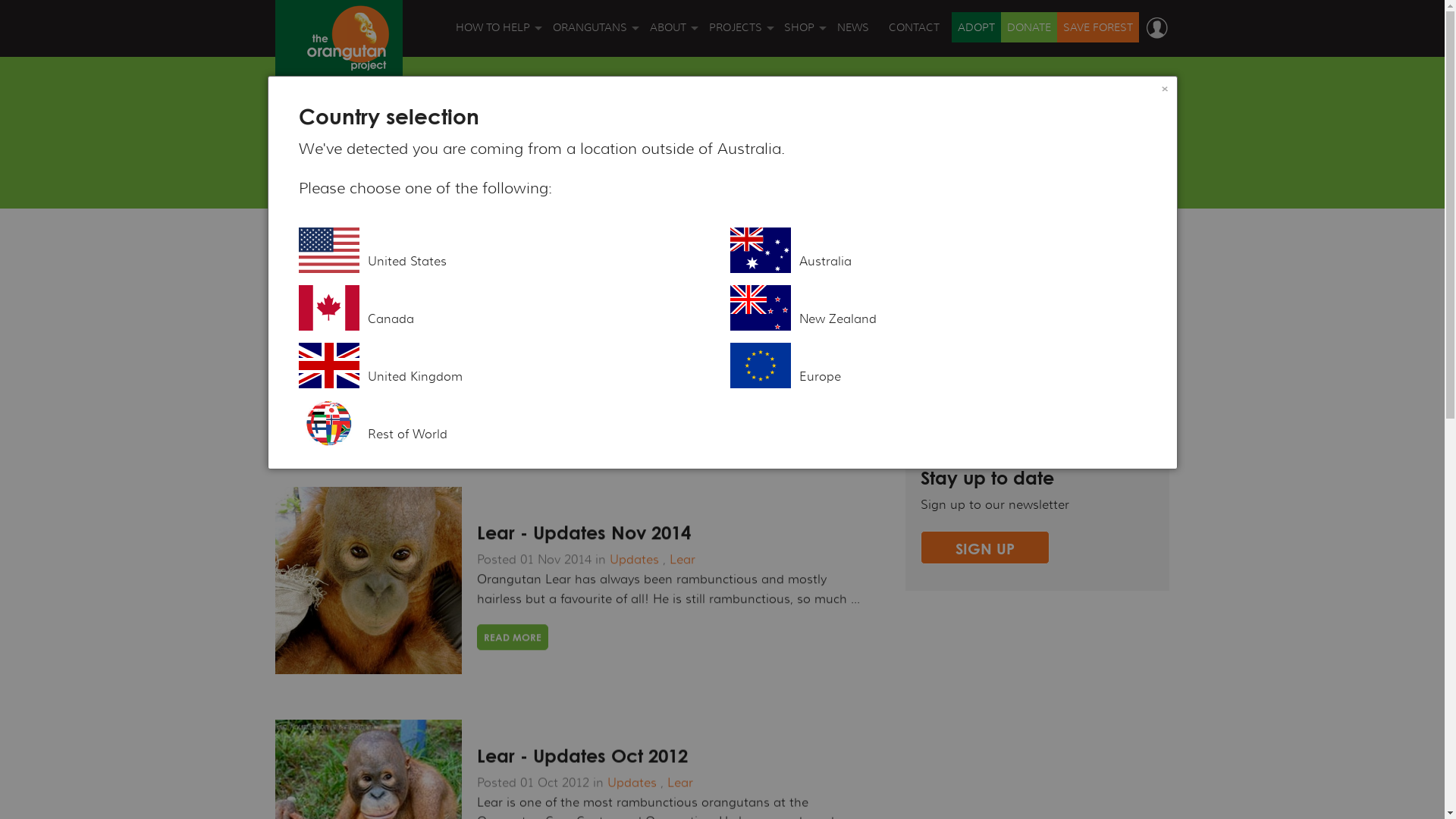 This screenshot has width=1456, height=819. Describe the element at coordinates (800, 111) in the screenshot. I see `'GIFT CARDS'` at that location.